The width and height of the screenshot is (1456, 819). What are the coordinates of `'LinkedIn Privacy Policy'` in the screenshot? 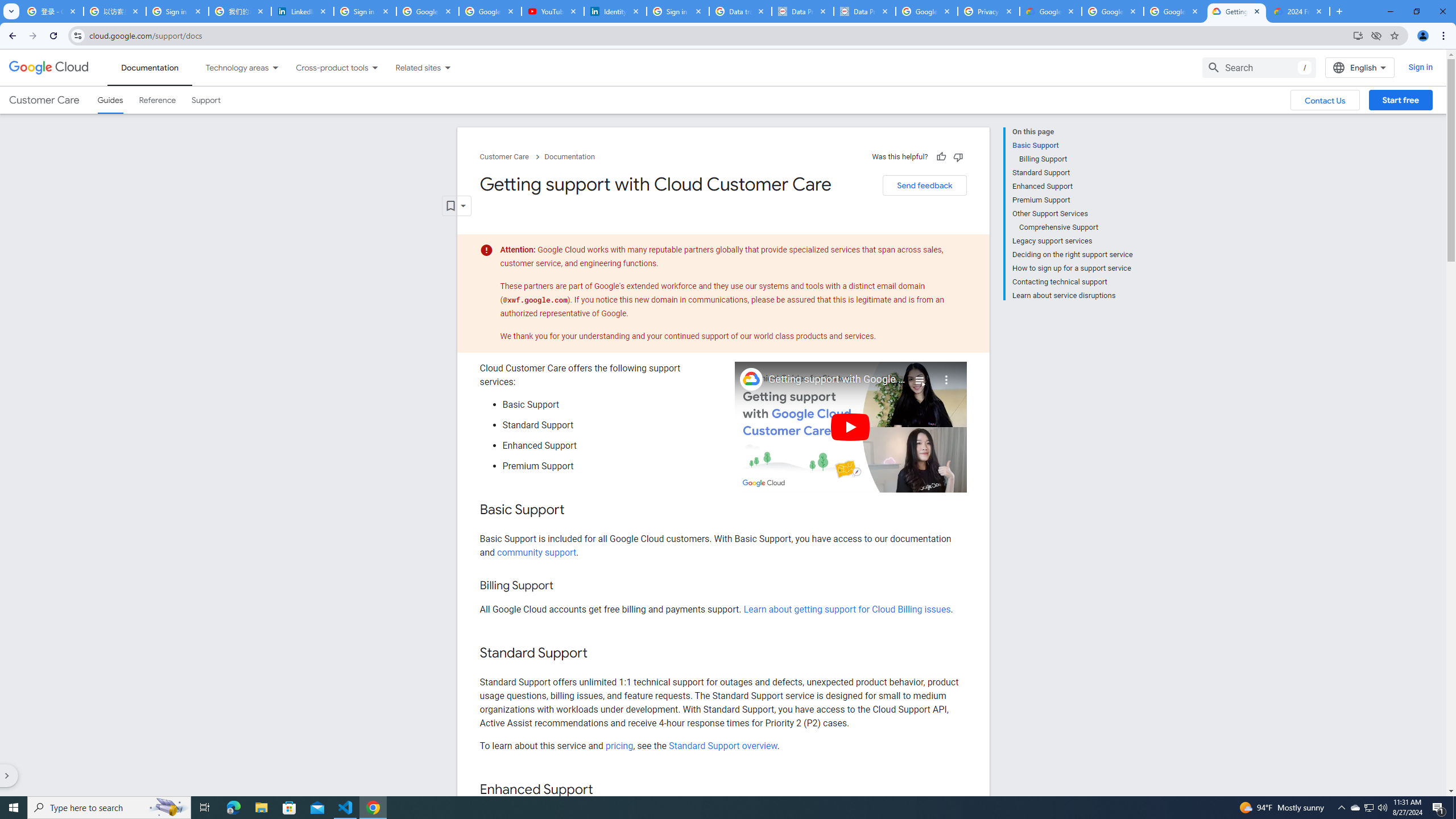 It's located at (302, 11).